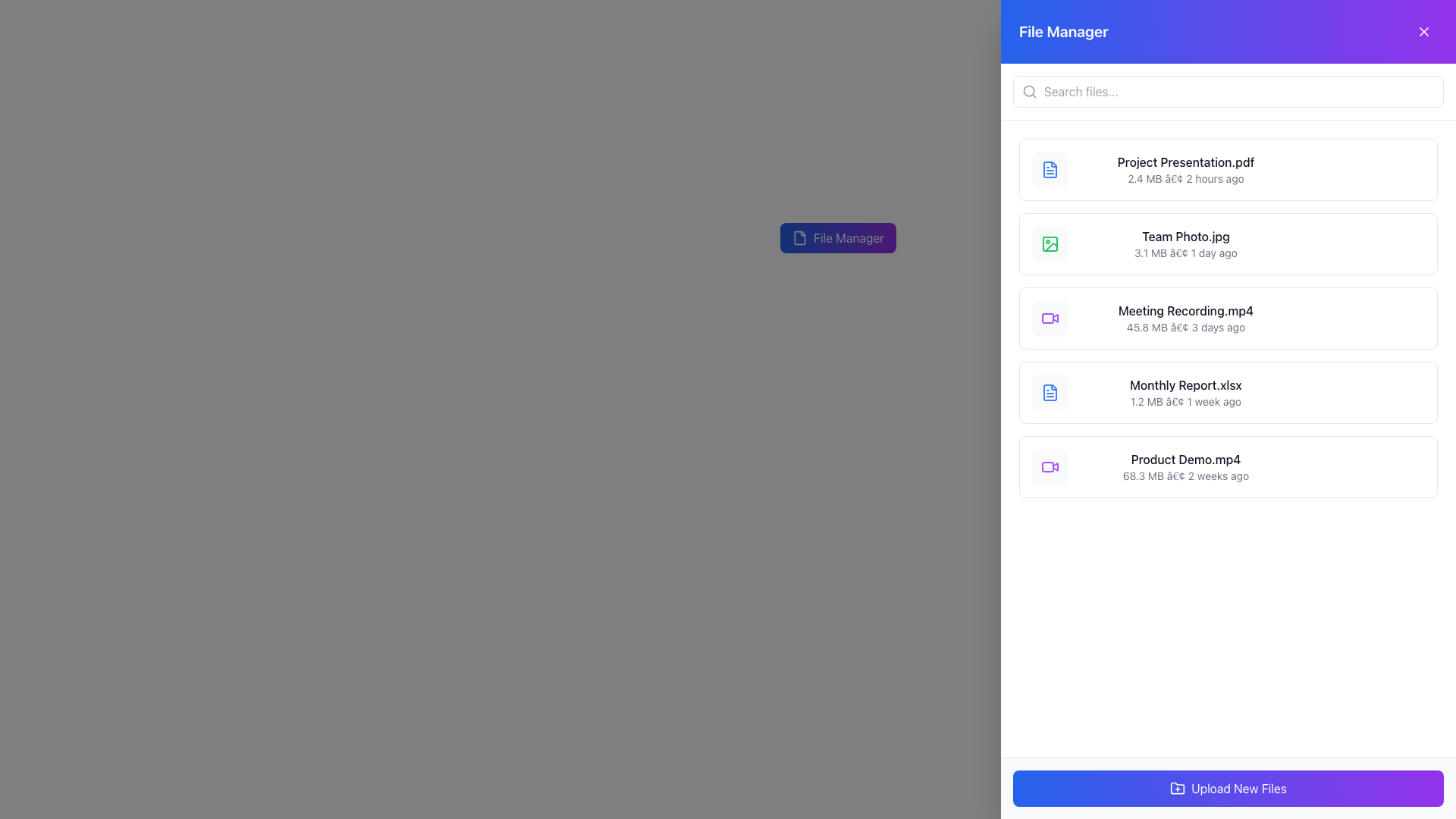 The width and height of the screenshot is (1456, 819). Describe the element at coordinates (1348, 169) in the screenshot. I see `the download button located to the right of the 'Project Presentation.pdf' entry to initiate the download of the file` at that location.